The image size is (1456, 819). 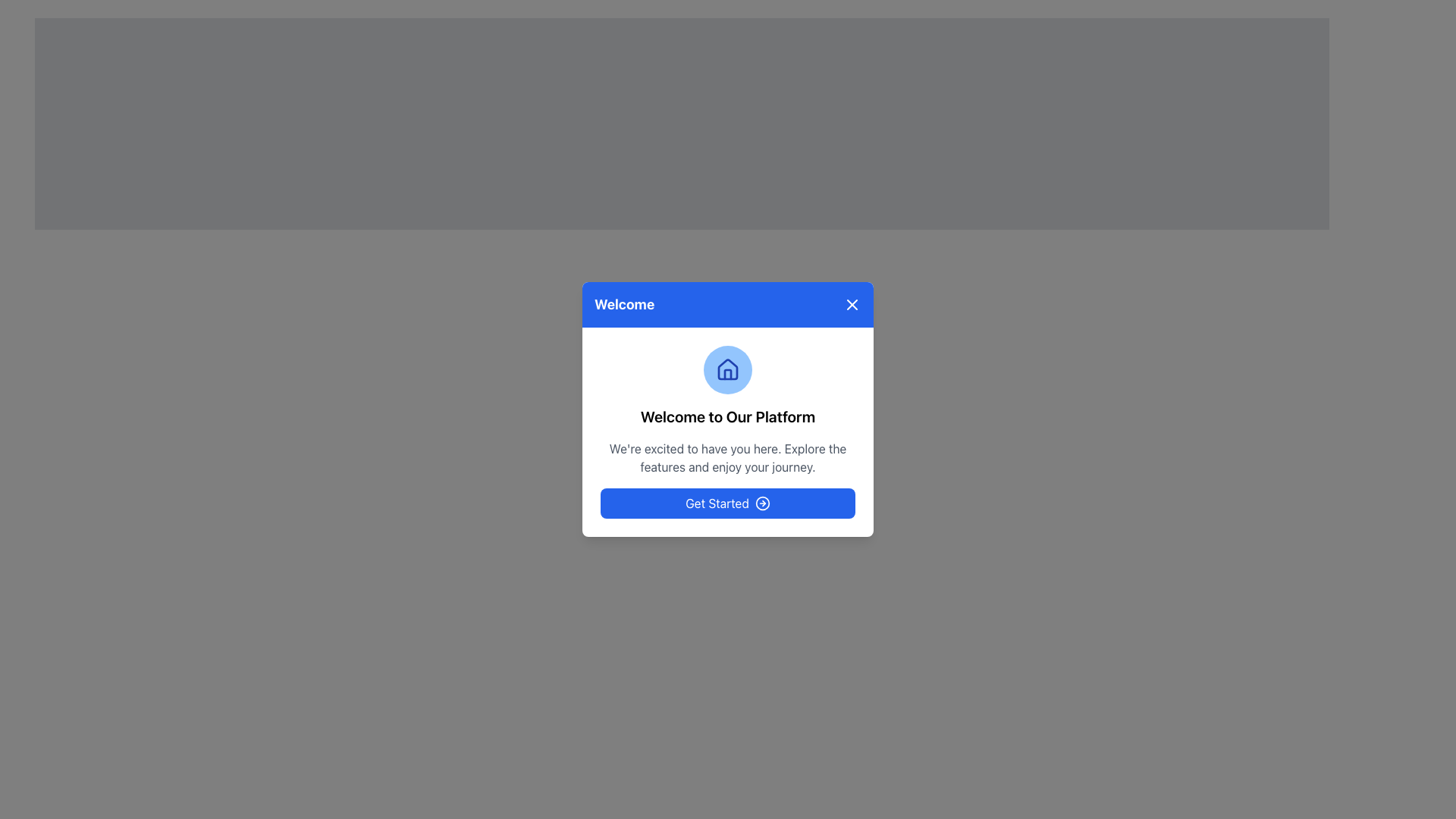 I want to click on the bold text label displaying 'Welcome' in the blue banner header located at the top left of the popup dialog, so click(x=624, y=304).